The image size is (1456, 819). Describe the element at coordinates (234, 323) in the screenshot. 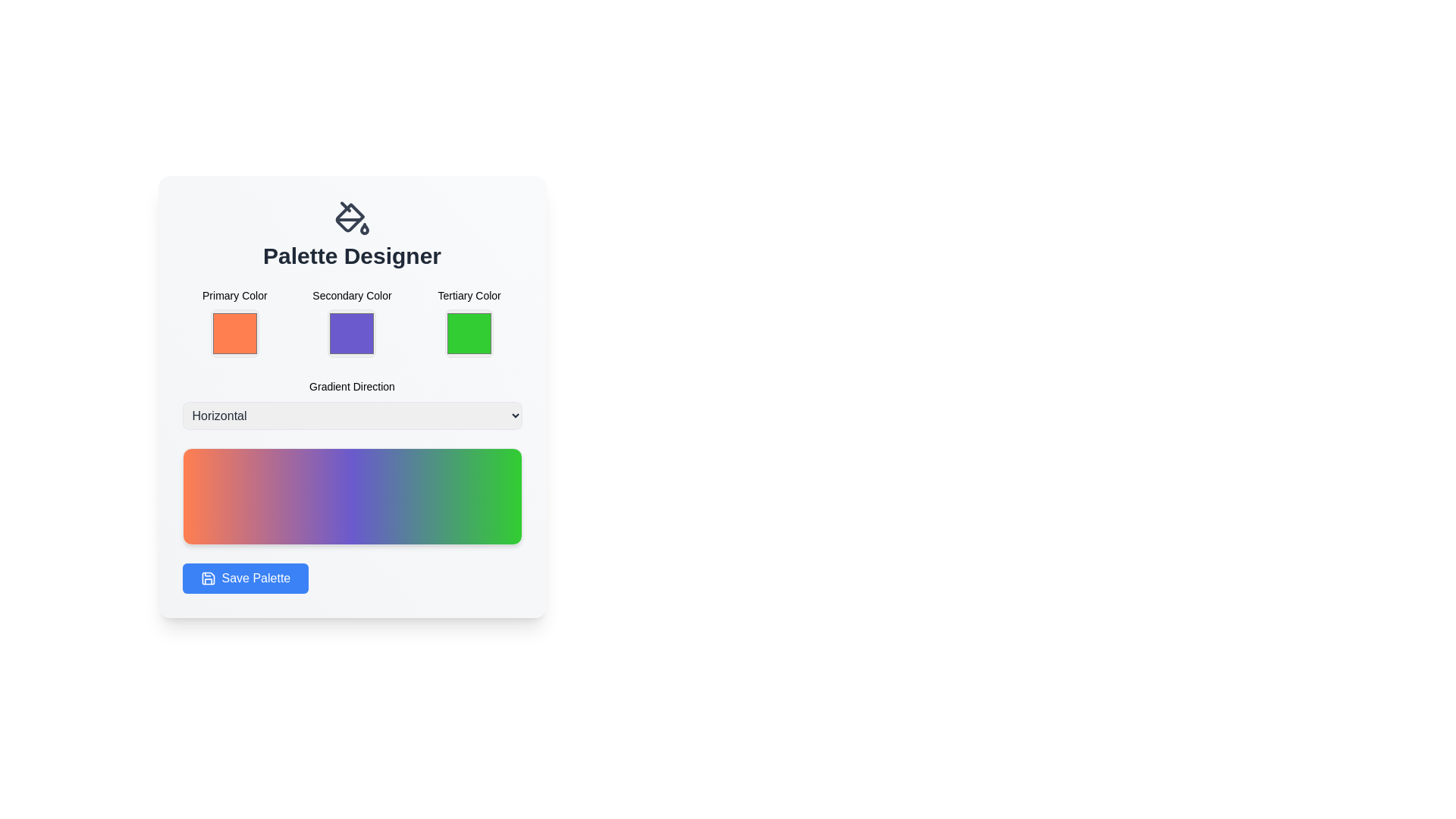

I see `the Color Picker element located at the top portion of the interface, which is the leftmost element among 'Secondary Color' and 'Tertiary Color'` at that location.